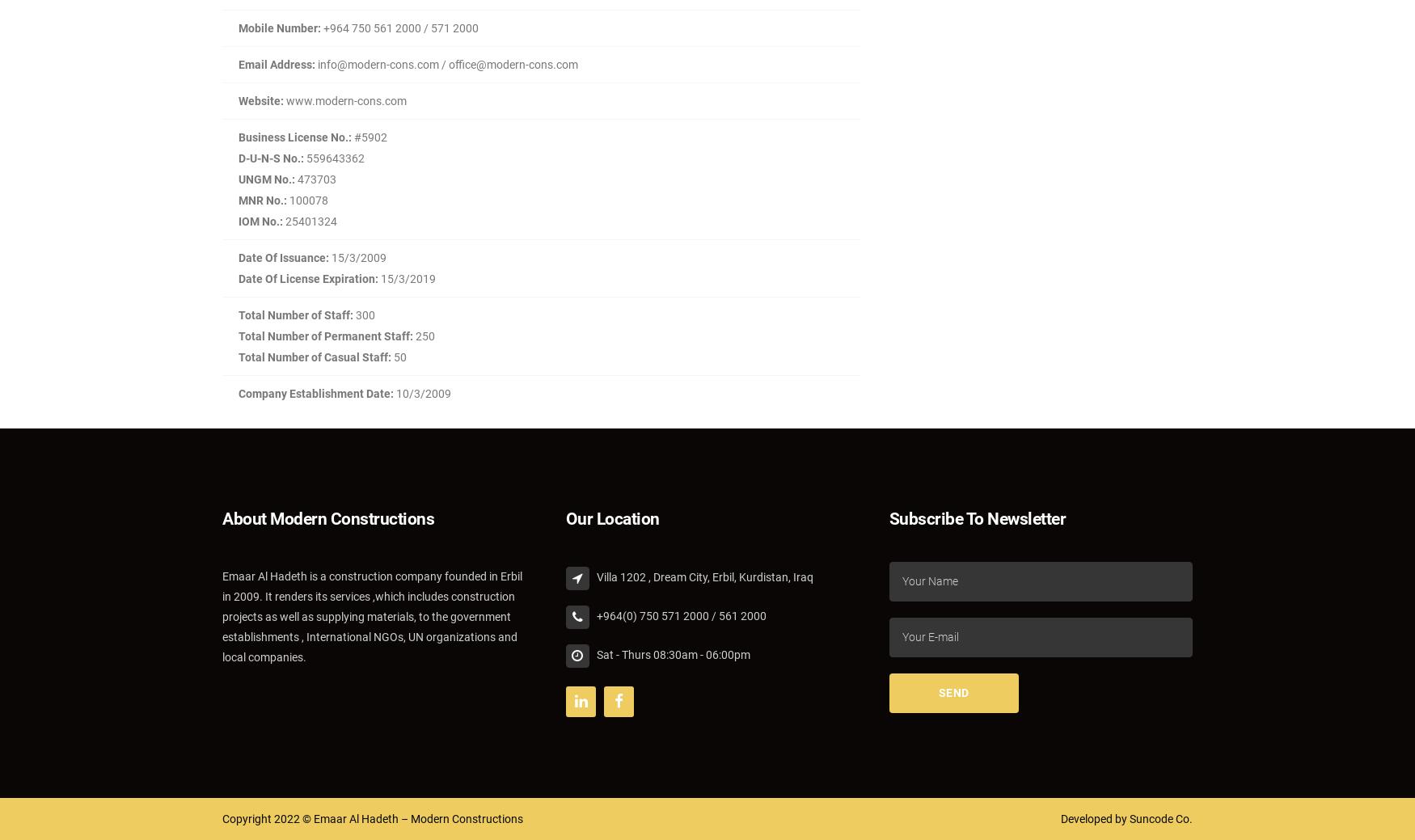 The width and height of the screenshot is (1415, 840). Describe the element at coordinates (267, 179) in the screenshot. I see `'UNGM No.:'` at that location.